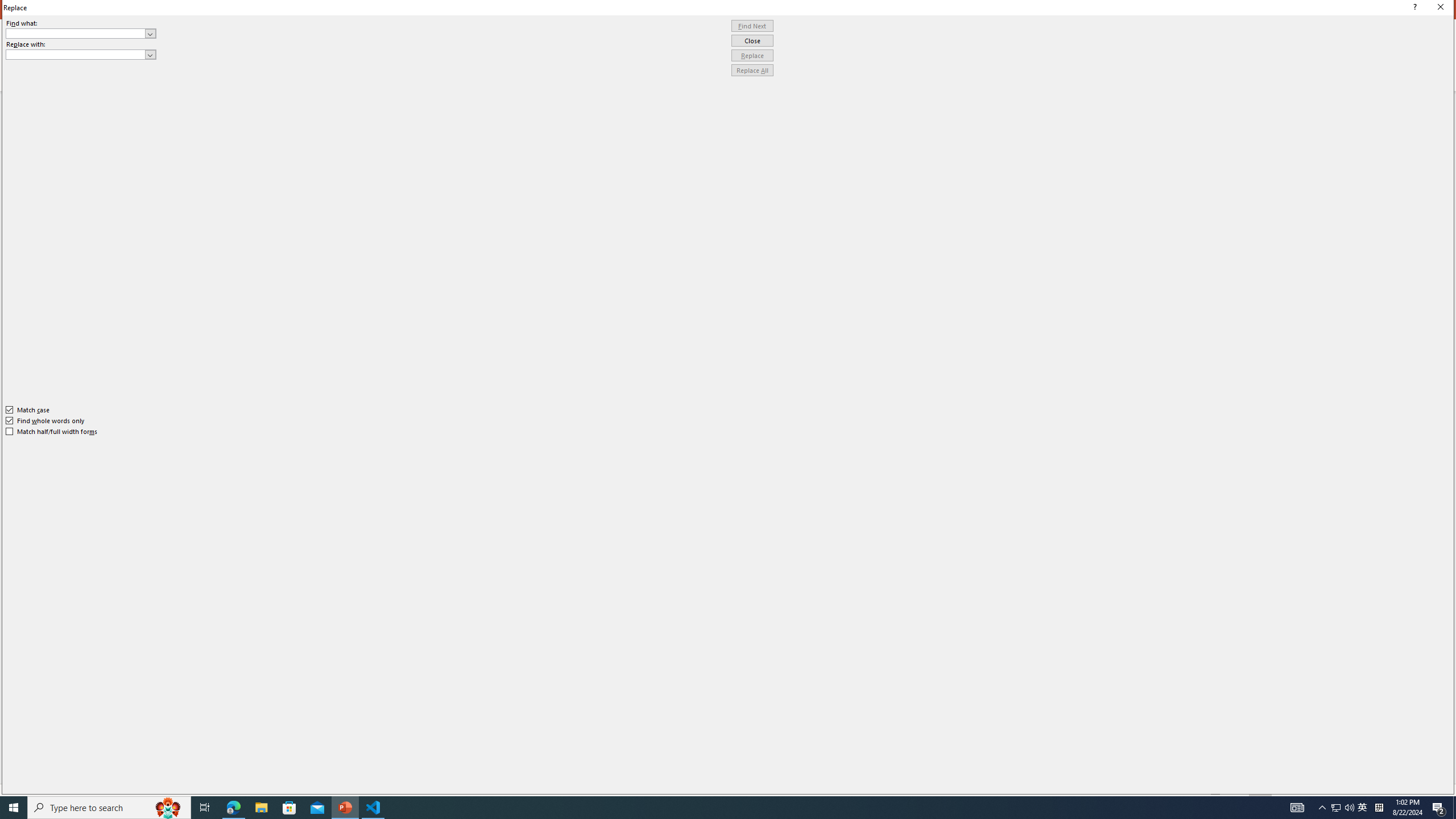 The width and height of the screenshot is (1456, 819). What do you see at coordinates (752, 69) in the screenshot?
I see `'Replace All'` at bounding box center [752, 69].